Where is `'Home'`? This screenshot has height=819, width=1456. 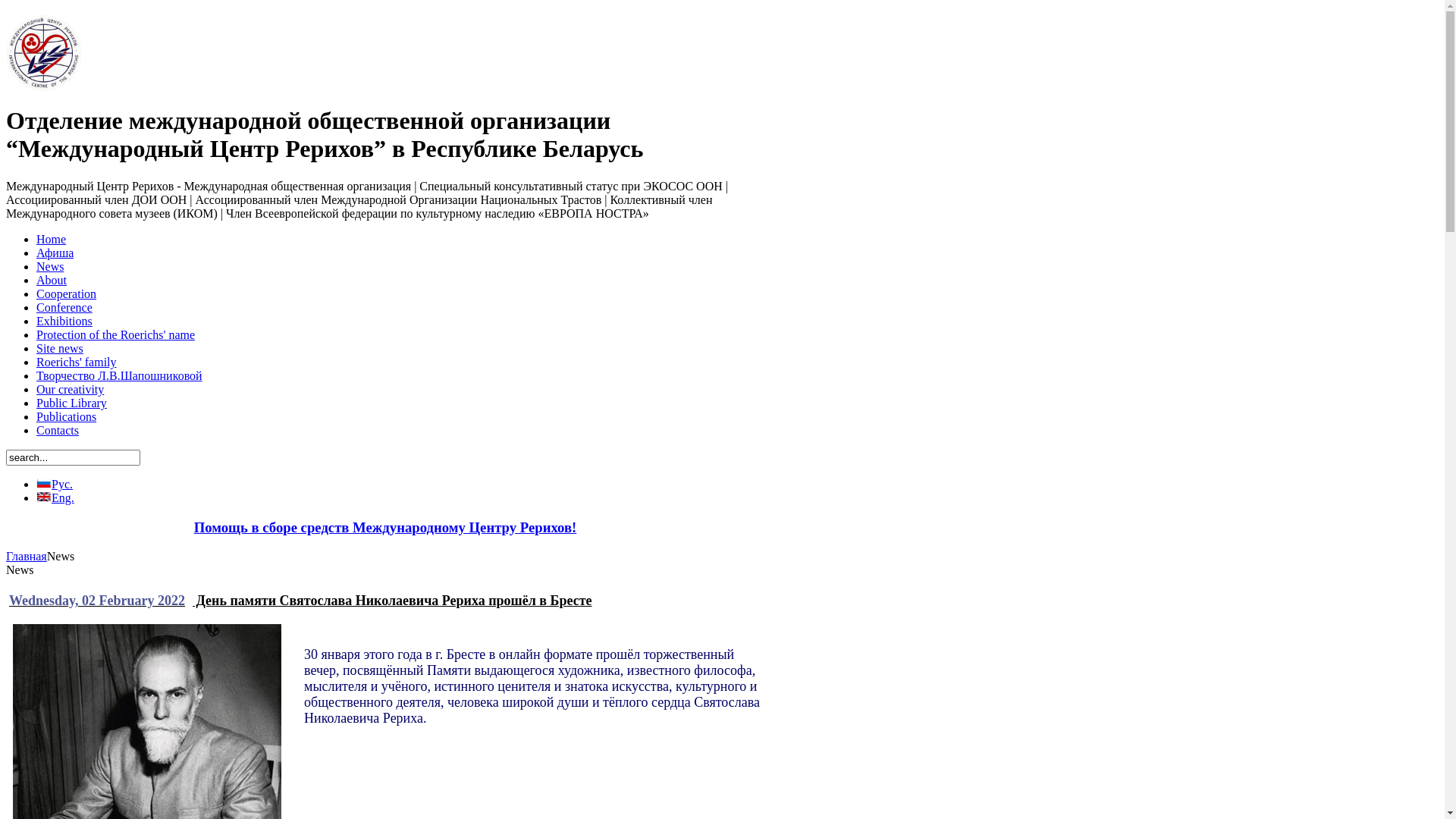
'Home' is located at coordinates (51, 239).